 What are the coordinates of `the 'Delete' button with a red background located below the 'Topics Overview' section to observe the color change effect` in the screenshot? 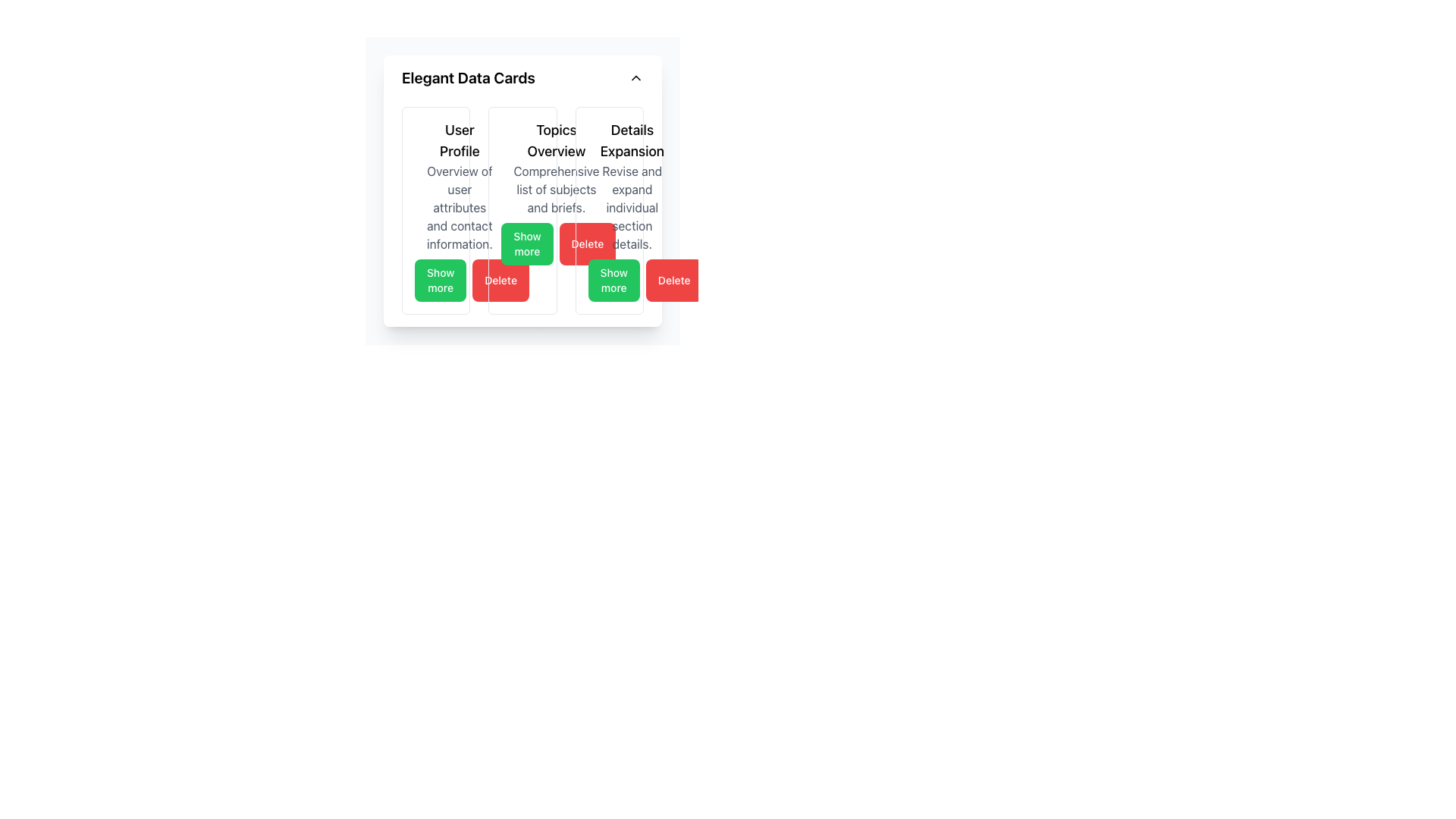 It's located at (586, 243).